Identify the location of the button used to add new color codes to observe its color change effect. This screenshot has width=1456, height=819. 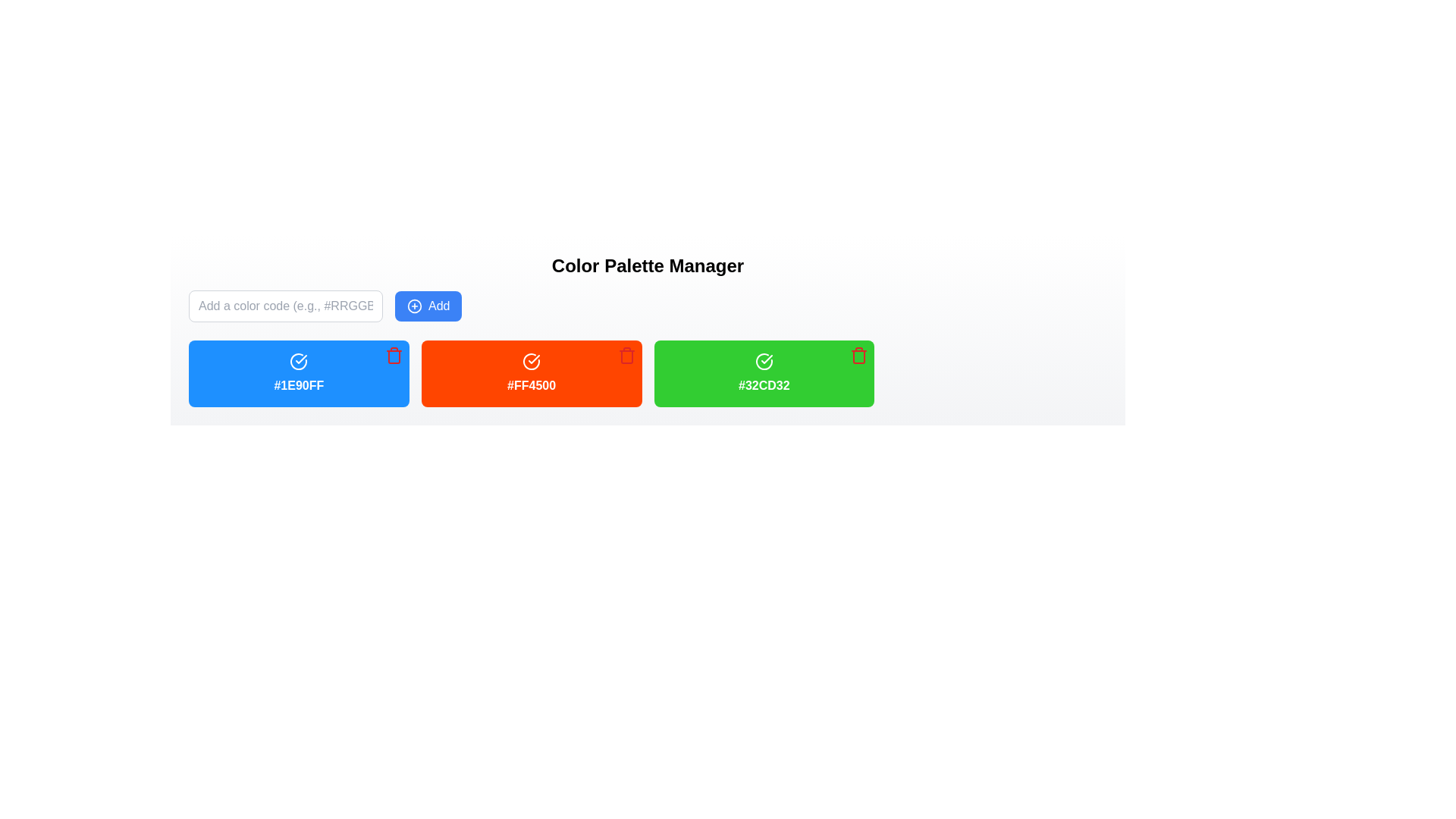
(428, 306).